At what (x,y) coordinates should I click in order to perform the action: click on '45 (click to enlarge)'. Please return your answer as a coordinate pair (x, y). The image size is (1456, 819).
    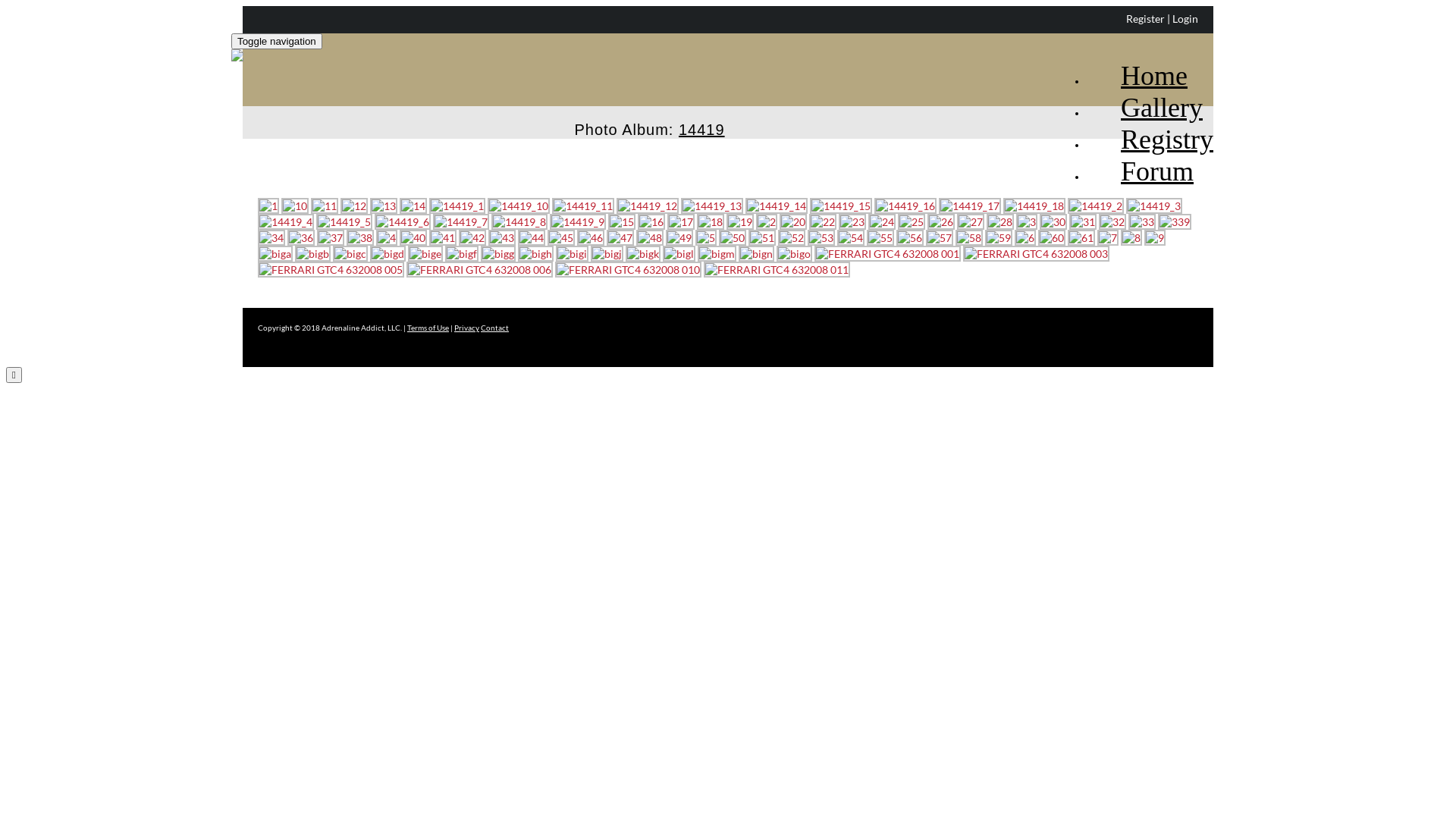
    Looking at the image, I should click on (560, 237).